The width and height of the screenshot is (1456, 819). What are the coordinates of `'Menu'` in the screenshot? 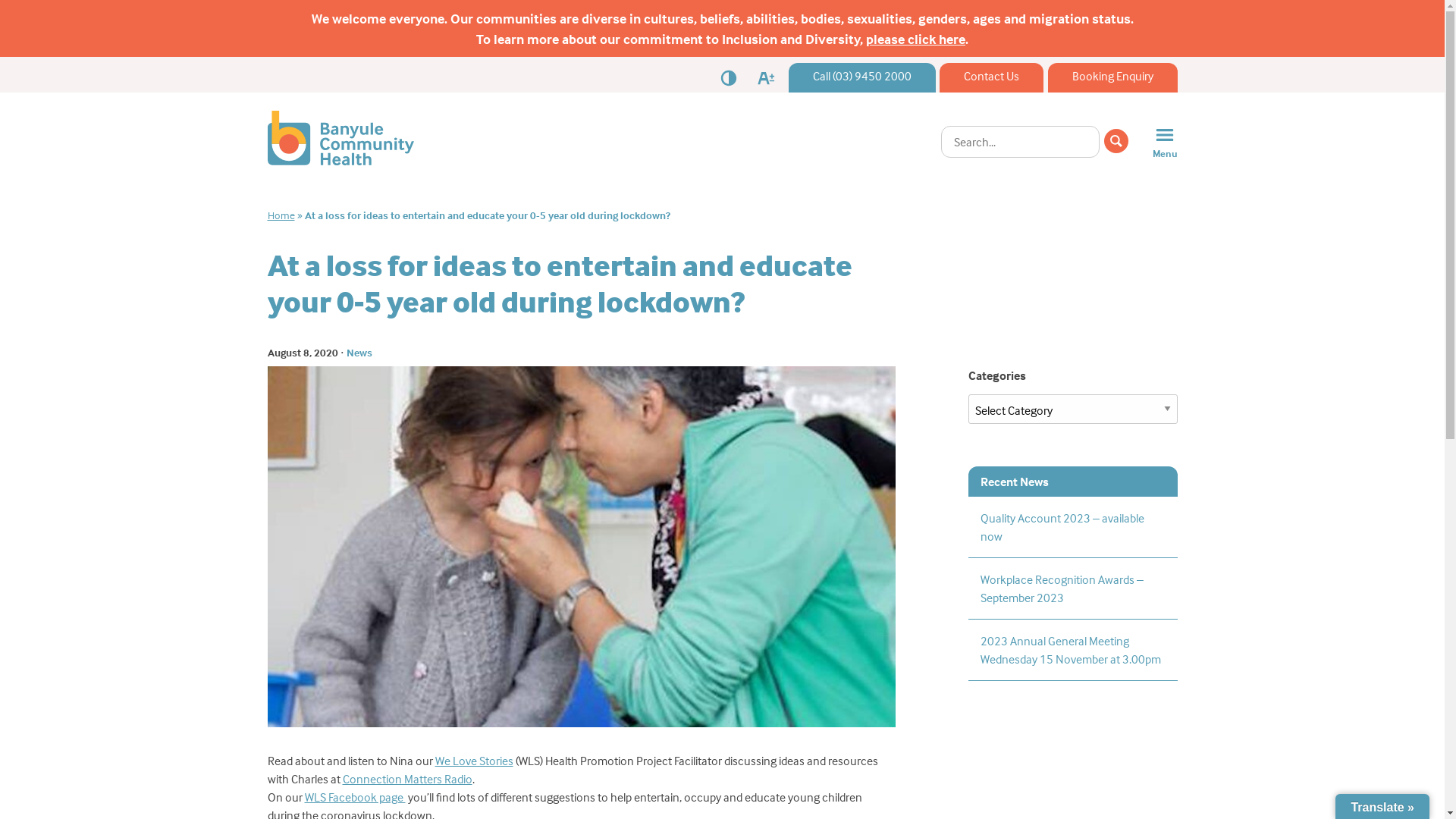 It's located at (1158, 140).